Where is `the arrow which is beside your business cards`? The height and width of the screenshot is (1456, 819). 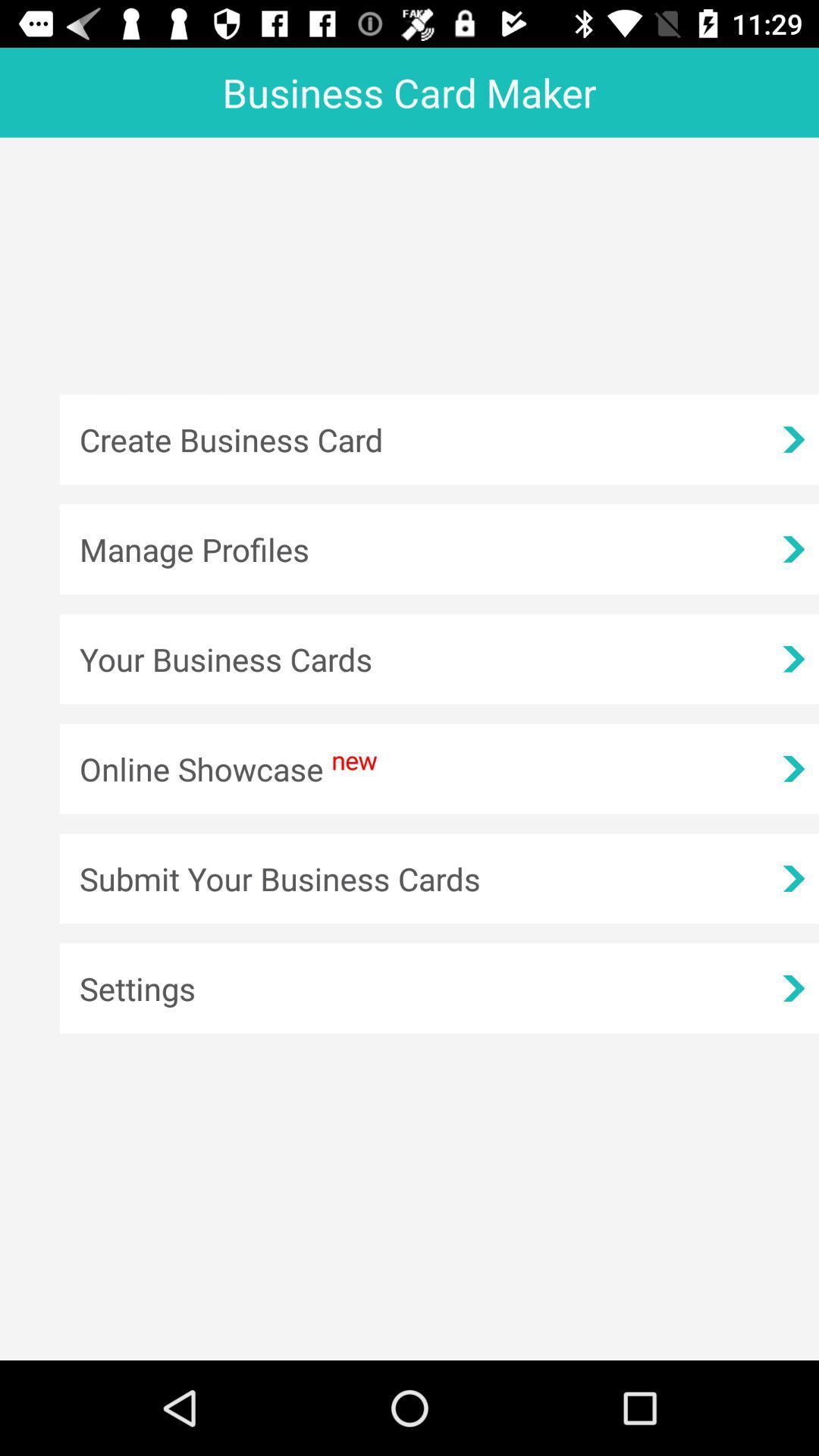 the arrow which is beside your business cards is located at coordinates (792, 659).